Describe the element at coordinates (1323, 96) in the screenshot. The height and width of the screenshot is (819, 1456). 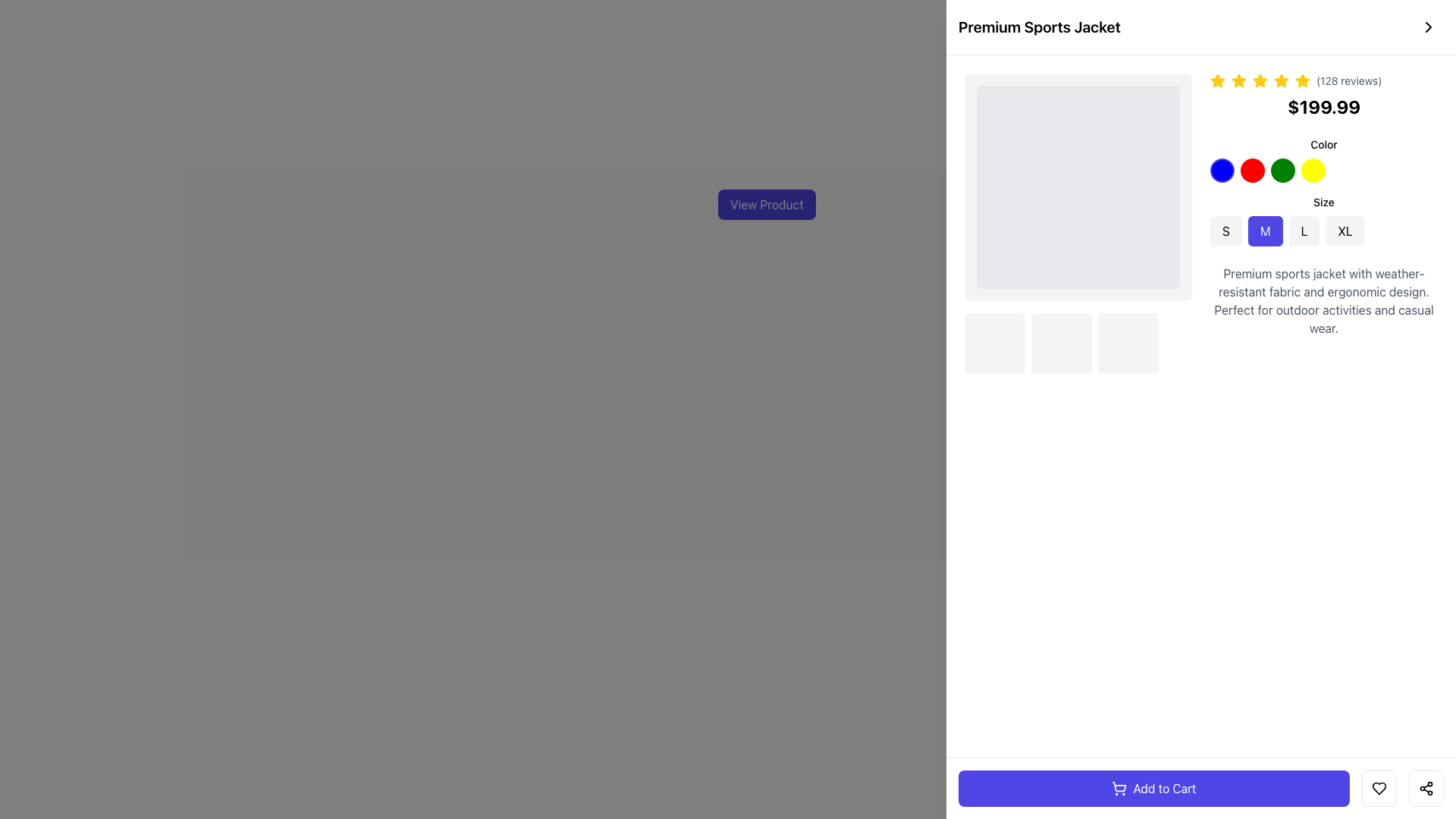
I see `text content of the price label displaying '$199.99', which is located below the star rating and review count in the product details section` at that location.